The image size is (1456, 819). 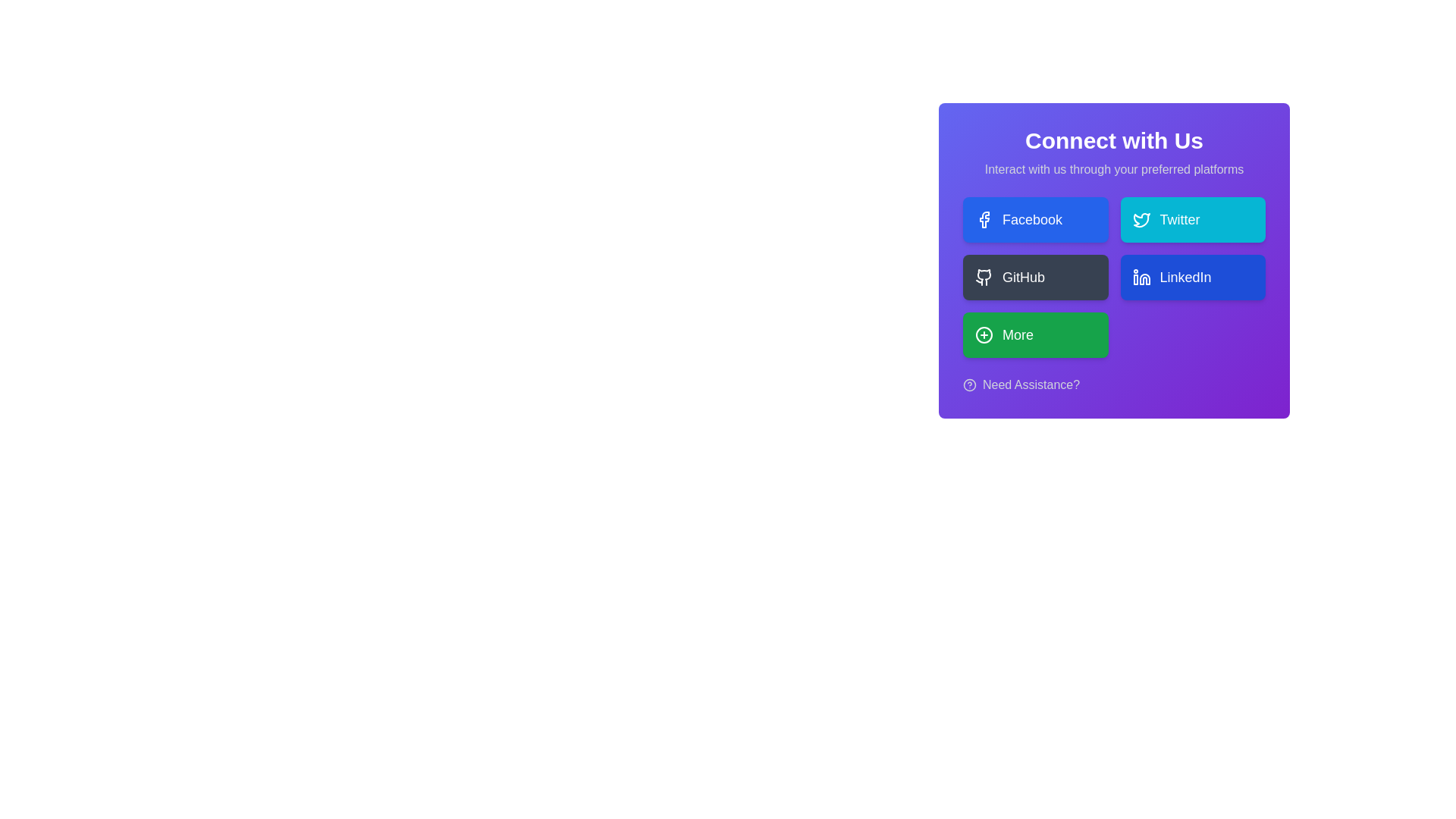 I want to click on the 'GitHub' button which contains the decorative SVG graphic representing the GitHub platform, located in the second row, first column of the 'Connect with Us' interface, so click(x=983, y=278).